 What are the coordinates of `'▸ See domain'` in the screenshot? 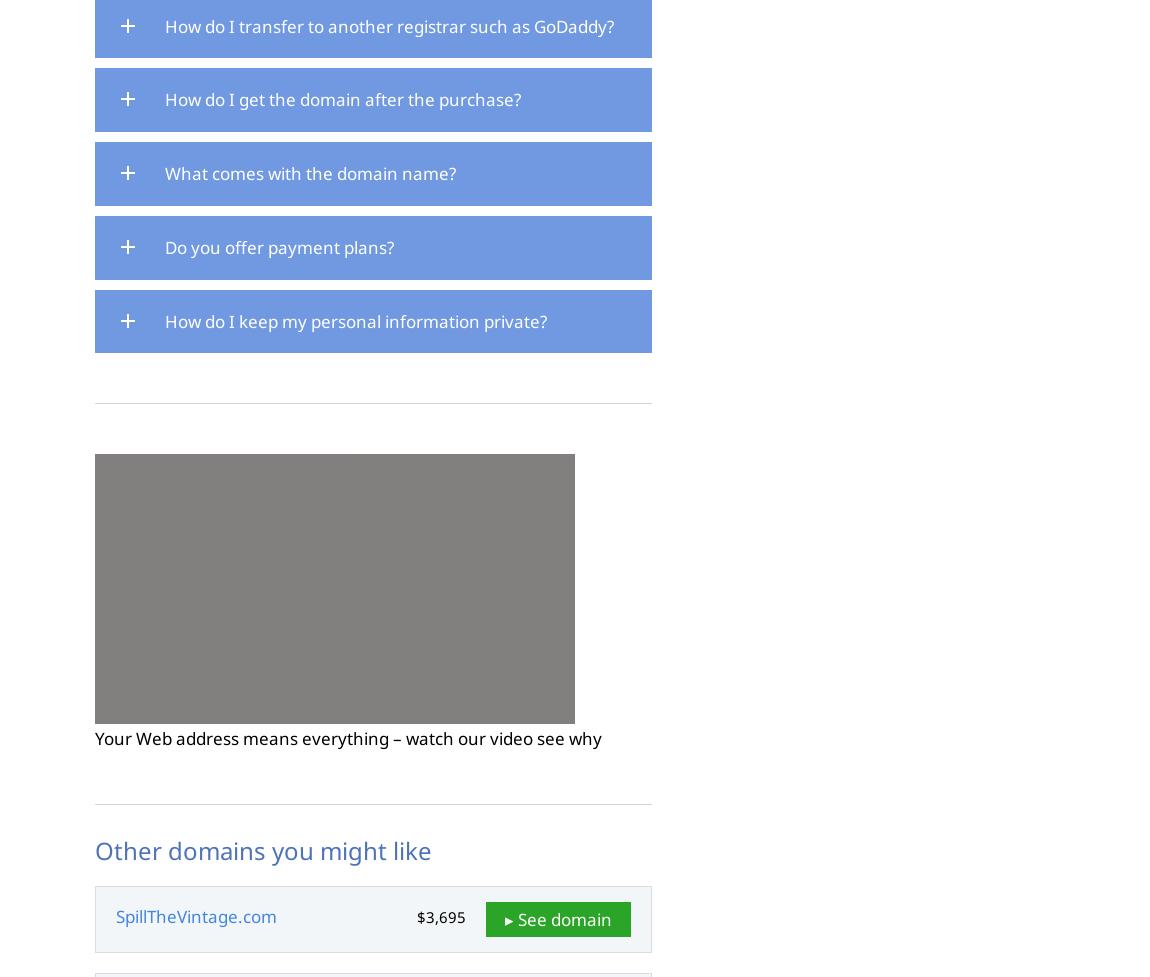 It's located at (558, 917).